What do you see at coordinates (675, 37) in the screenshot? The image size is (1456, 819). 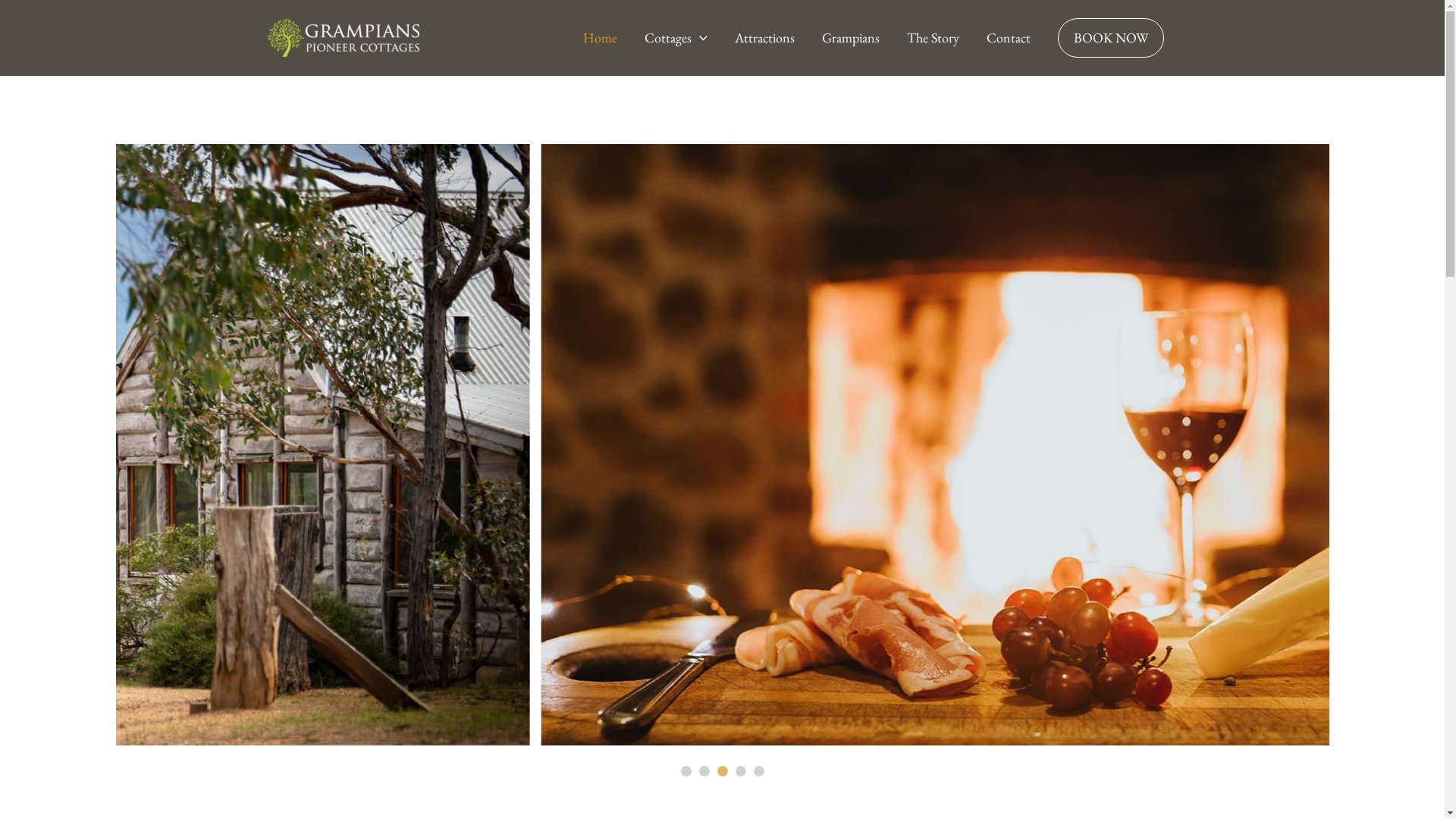 I see `'Cottages'` at bounding box center [675, 37].